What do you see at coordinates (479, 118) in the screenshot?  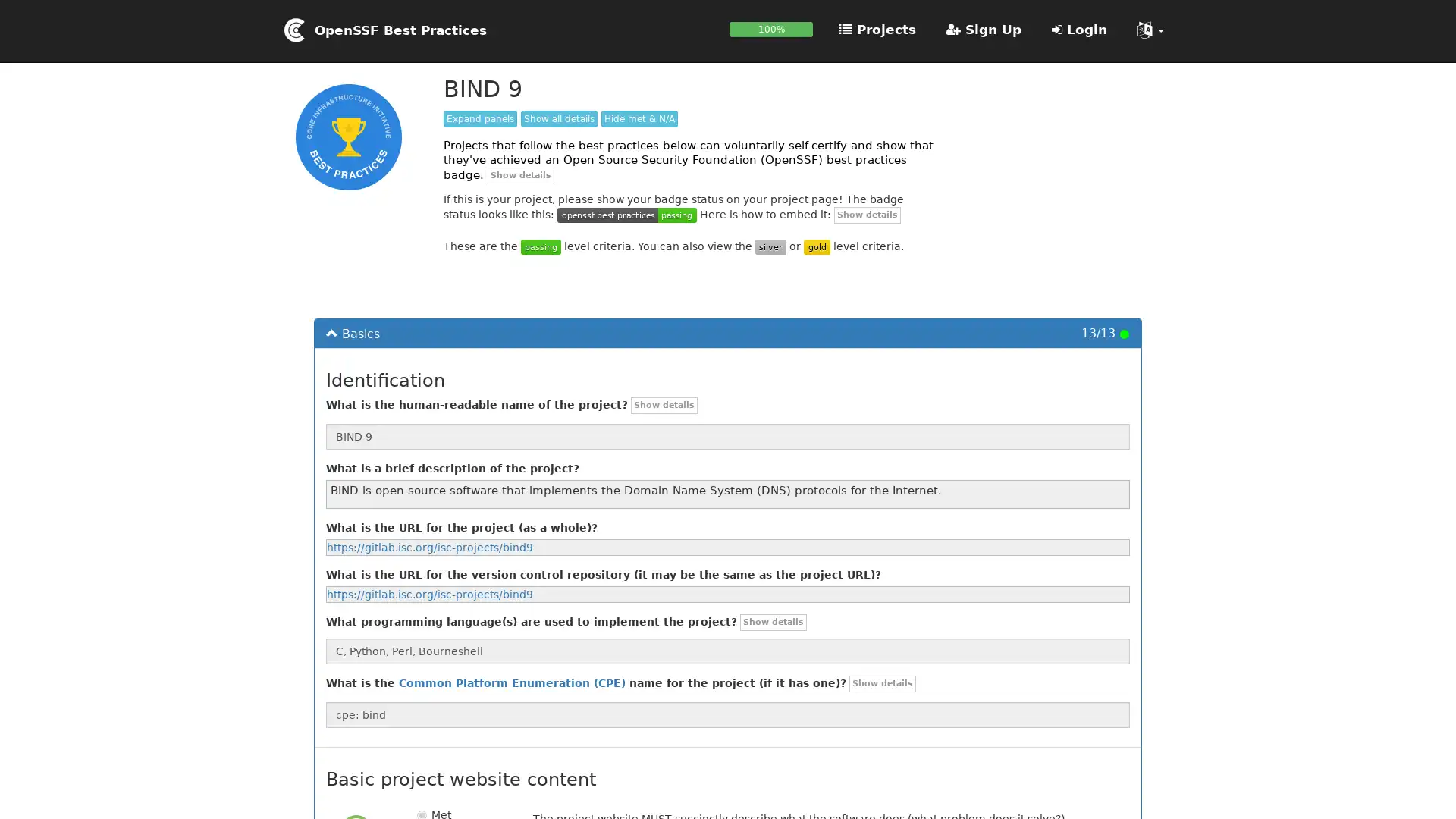 I see `Expand panels` at bounding box center [479, 118].